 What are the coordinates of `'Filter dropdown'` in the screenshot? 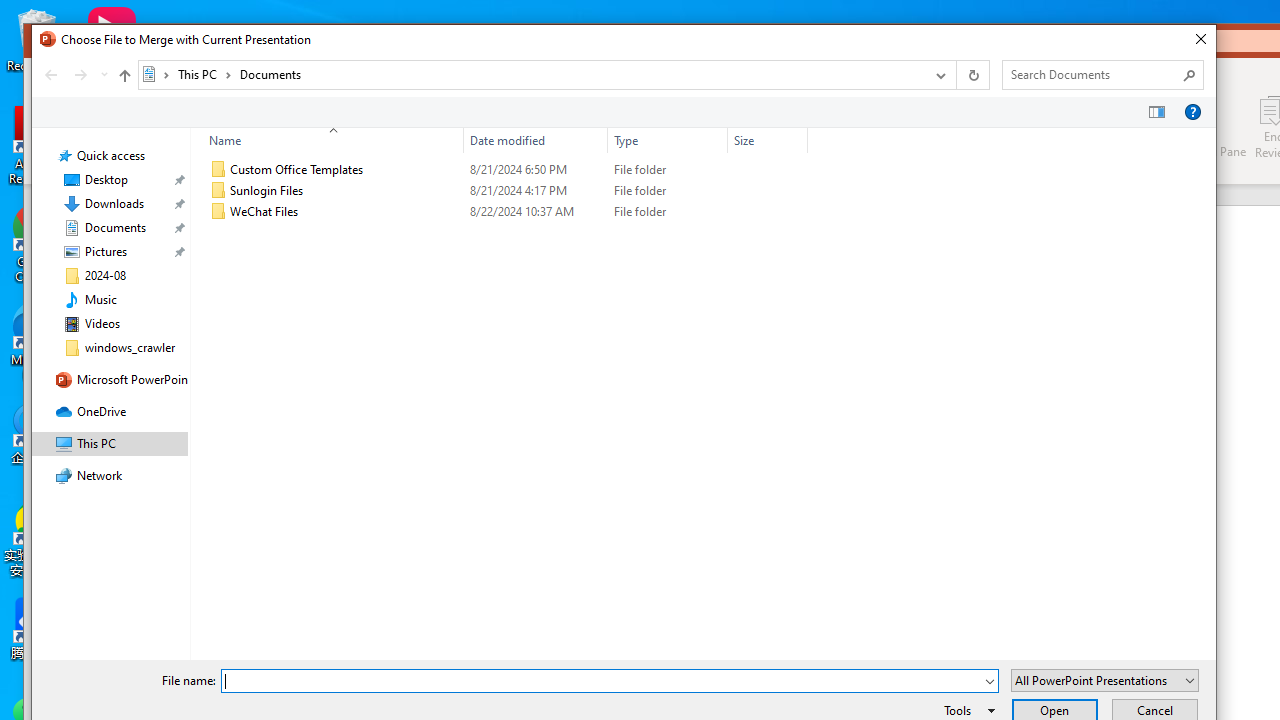 It's located at (798, 139).